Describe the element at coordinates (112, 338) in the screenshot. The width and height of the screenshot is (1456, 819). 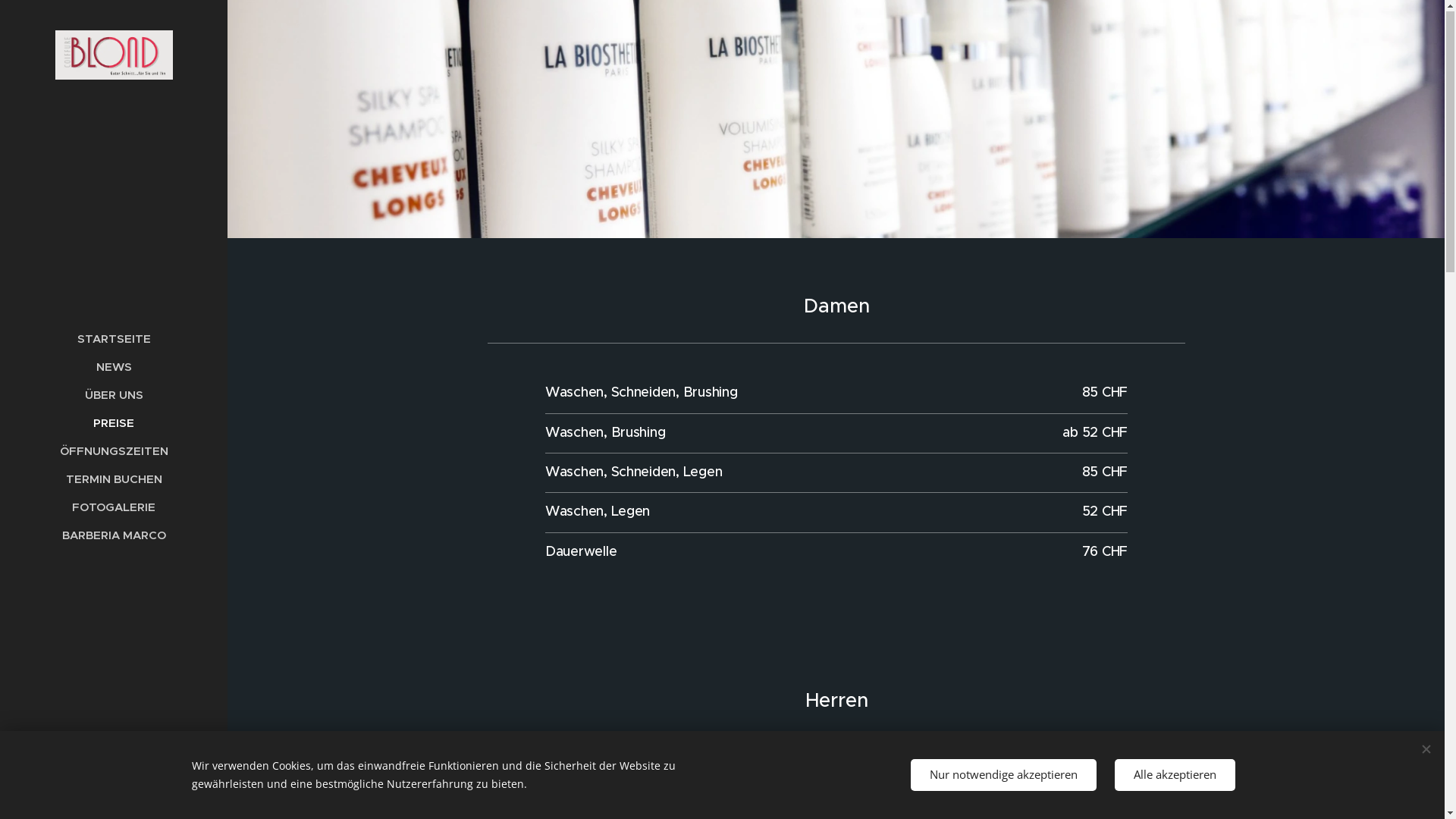
I see `'STARTSEITE'` at that location.